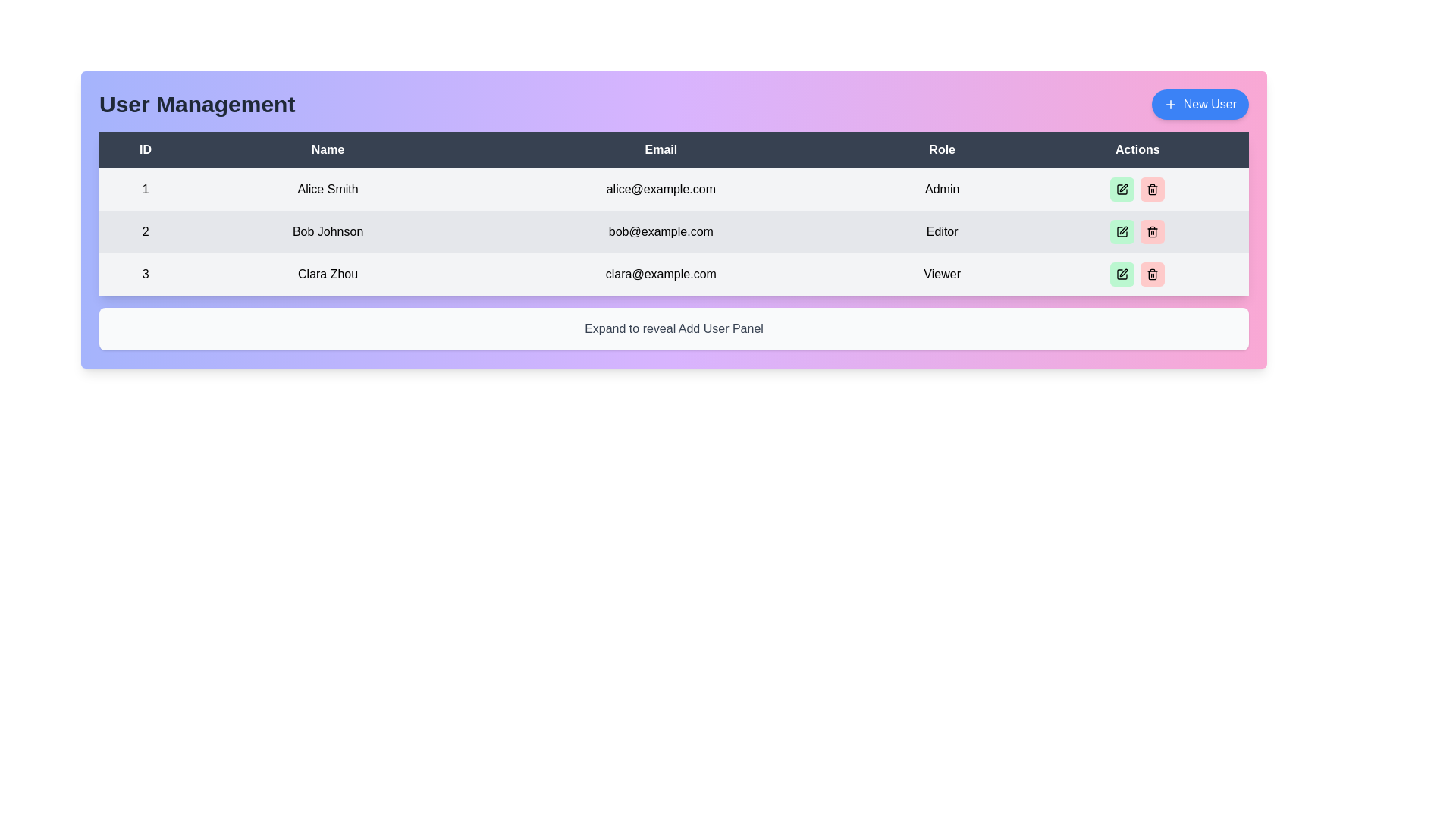 This screenshot has width=1456, height=819. I want to click on the Text Display element indicating the role 'Editor' for user 'Bob Johnson' in the third column of the table with ID '2', so click(941, 231).